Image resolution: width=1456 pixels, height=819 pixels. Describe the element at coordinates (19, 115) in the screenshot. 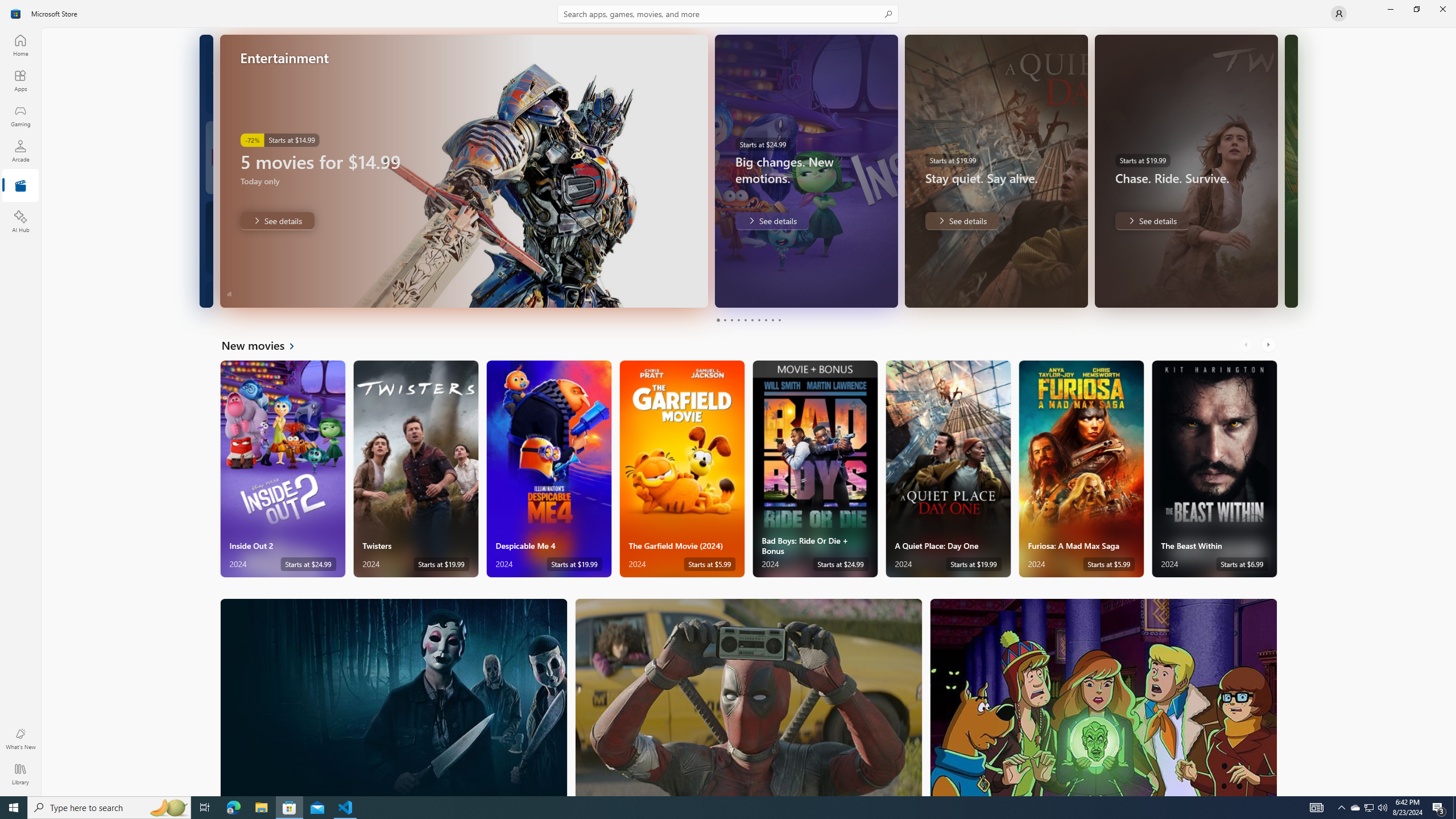

I see `'Gaming'` at that location.